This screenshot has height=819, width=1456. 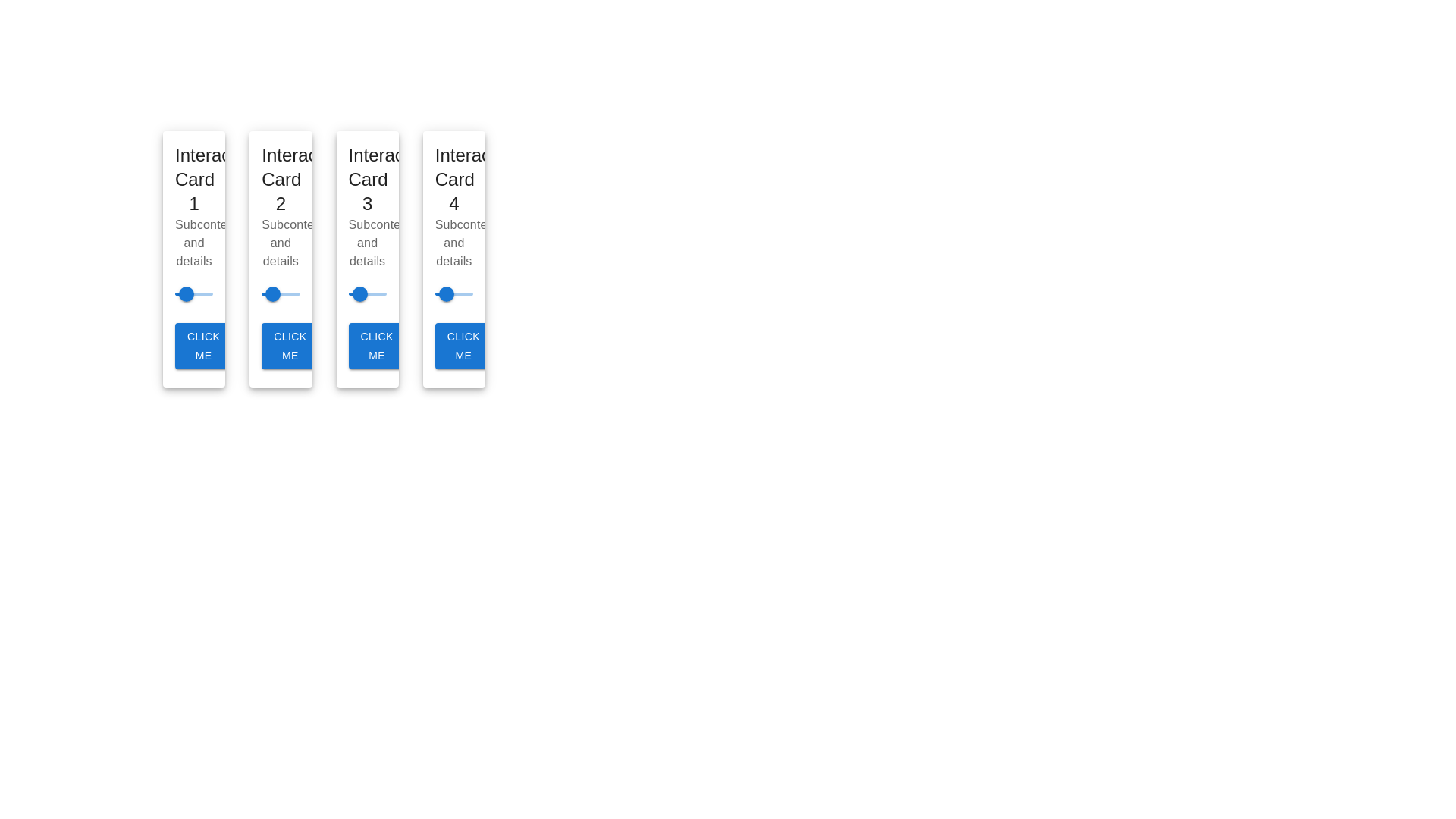 What do you see at coordinates (281, 243) in the screenshot?
I see `the text label providing additional information related to 'Interactive Card 2', which is positioned below the title and above the slider within the second card` at bounding box center [281, 243].